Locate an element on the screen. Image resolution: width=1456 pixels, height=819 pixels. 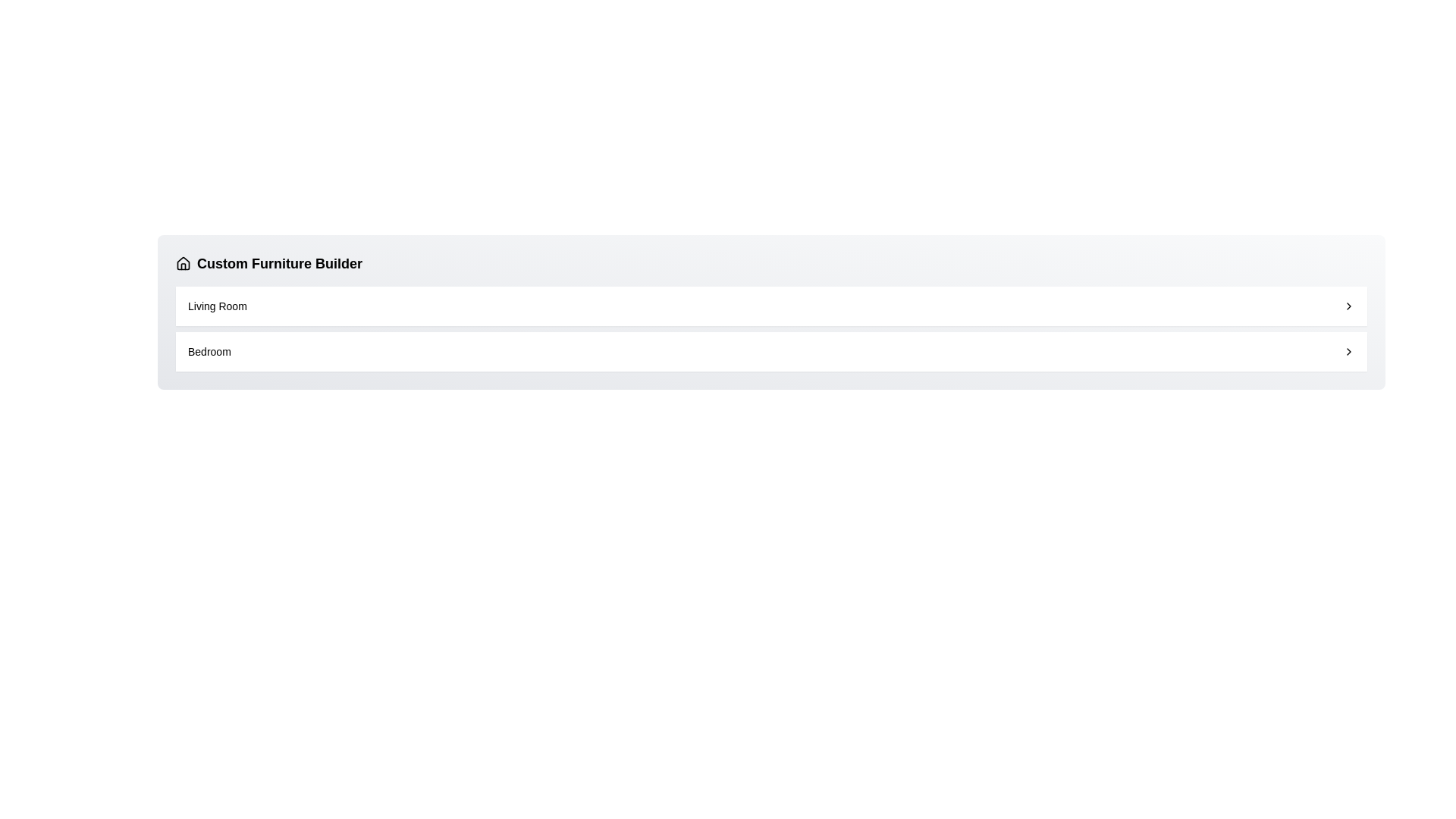
the right-facing chevron icon located at the end of the 'Bedroom' row is located at coordinates (1349, 351).